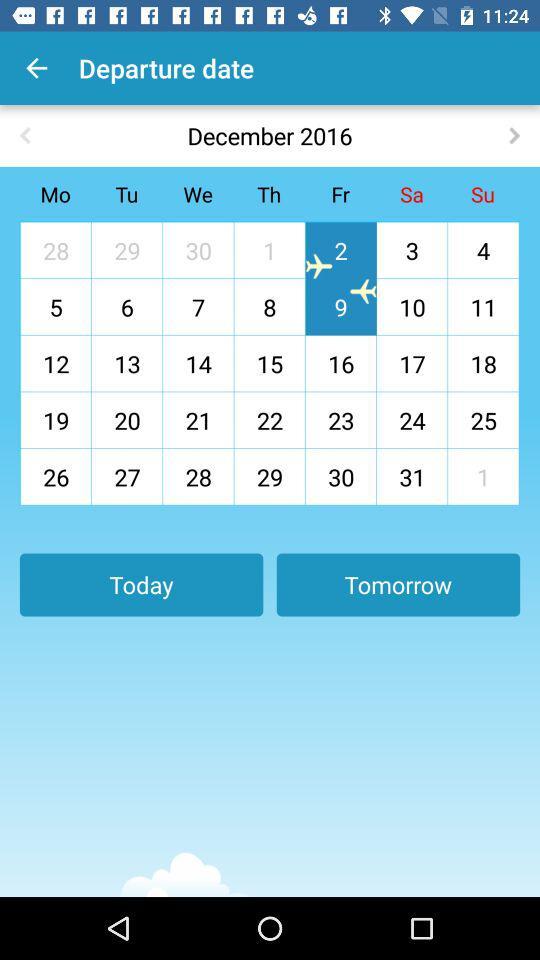 The image size is (540, 960). What do you see at coordinates (24, 134) in the screenshot?
I see `the arrow_backward icon` at bounding box center [24, 134].